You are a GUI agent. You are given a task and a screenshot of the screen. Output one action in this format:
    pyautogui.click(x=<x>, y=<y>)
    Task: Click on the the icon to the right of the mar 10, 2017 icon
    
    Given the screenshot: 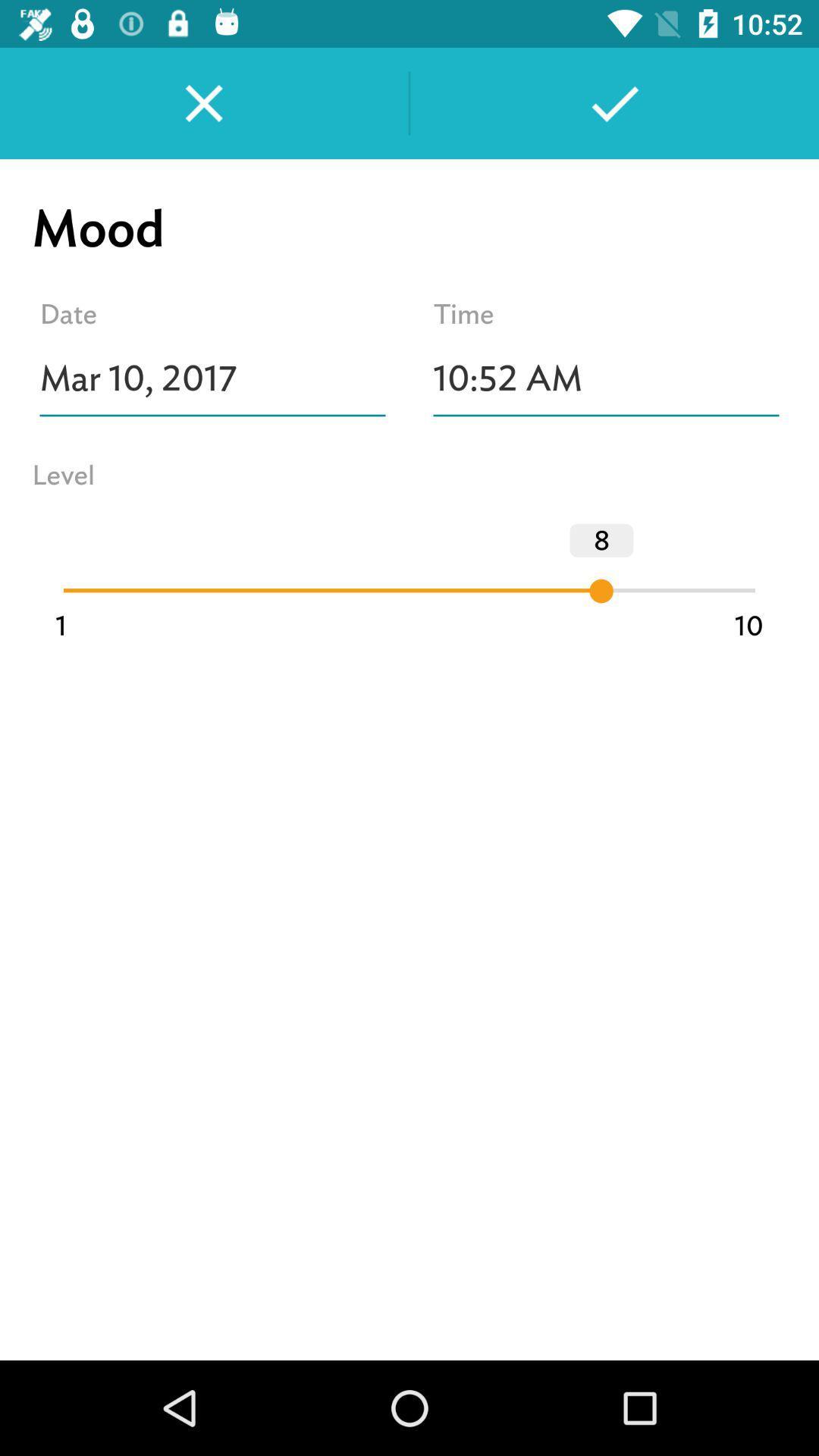 What is the action you would take?
    pyautogui.click(x=605, y=378)
    